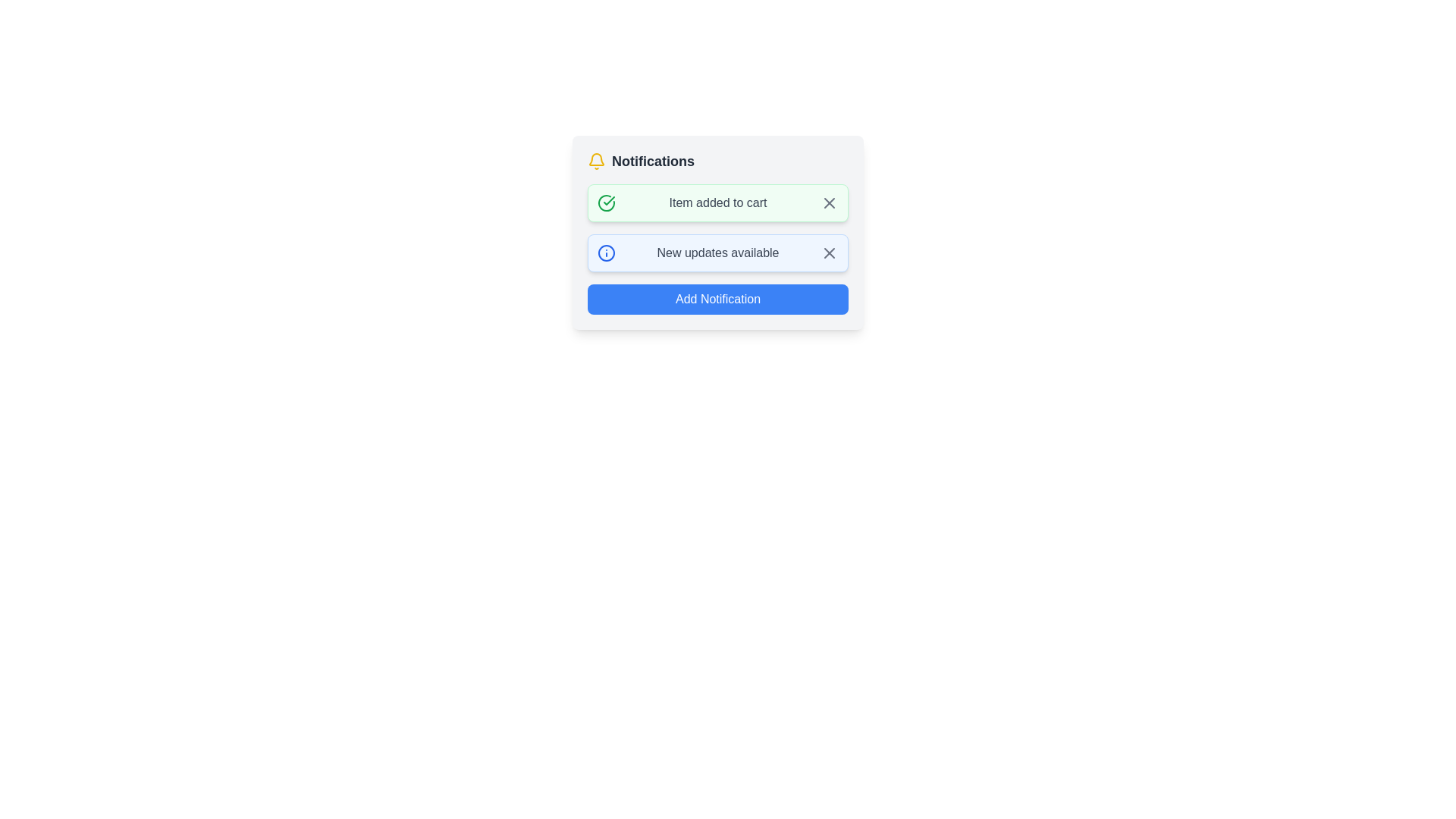 The width and height of the screenshot is (1456, 819). What do you see at coordinates (717, 202) in the screenshot?
I see `text from the Text Label that informs users an item has been successfully added to their cart` at bounding box center [717, 202].